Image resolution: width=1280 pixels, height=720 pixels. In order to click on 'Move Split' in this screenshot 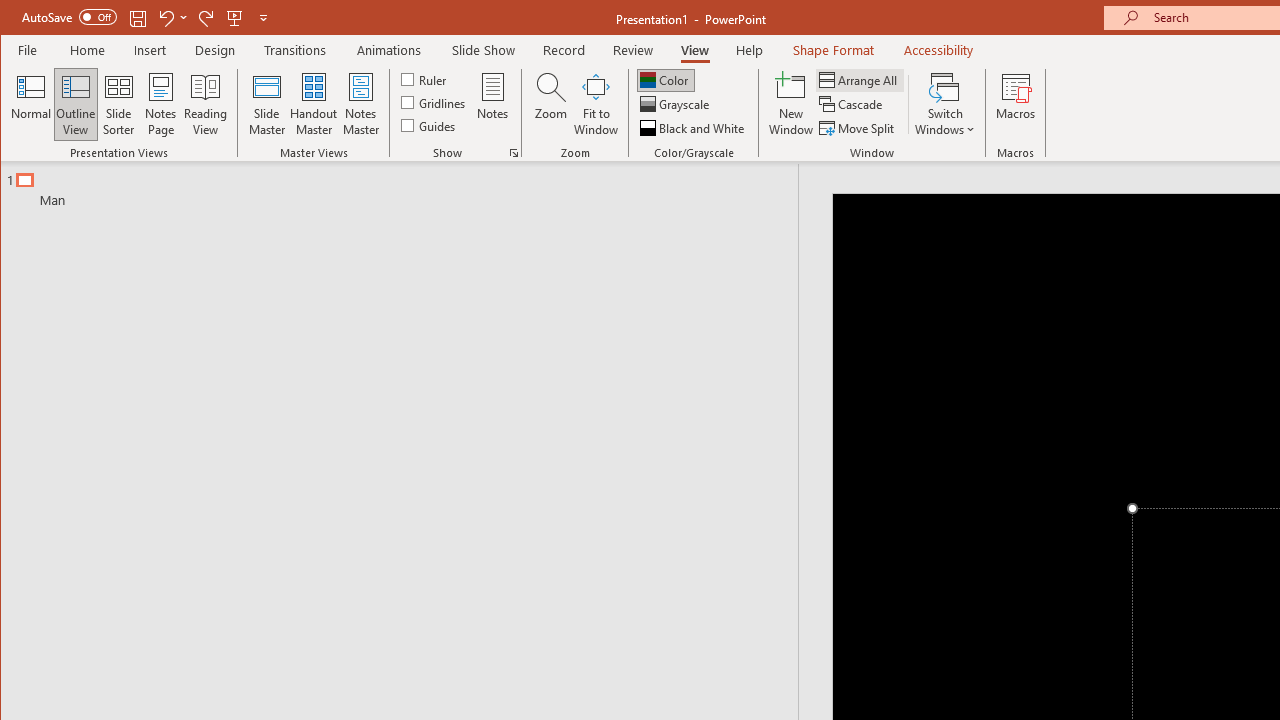, I will do `click(858, 128)`.